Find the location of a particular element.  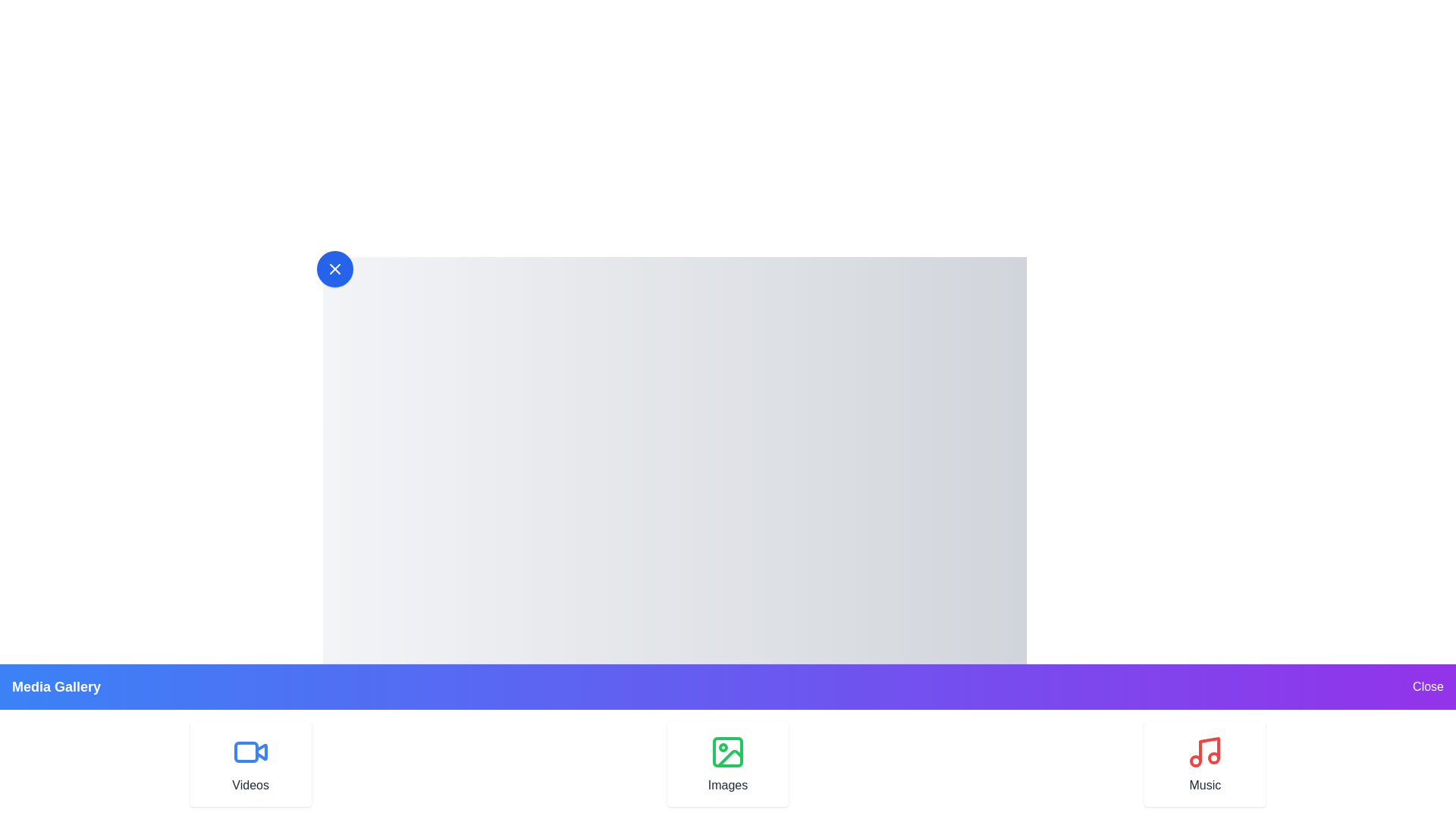

toggle button at the top-left corner of the MultimediaDrawer to toggle its open/close state is located at coordinates (334, 268).